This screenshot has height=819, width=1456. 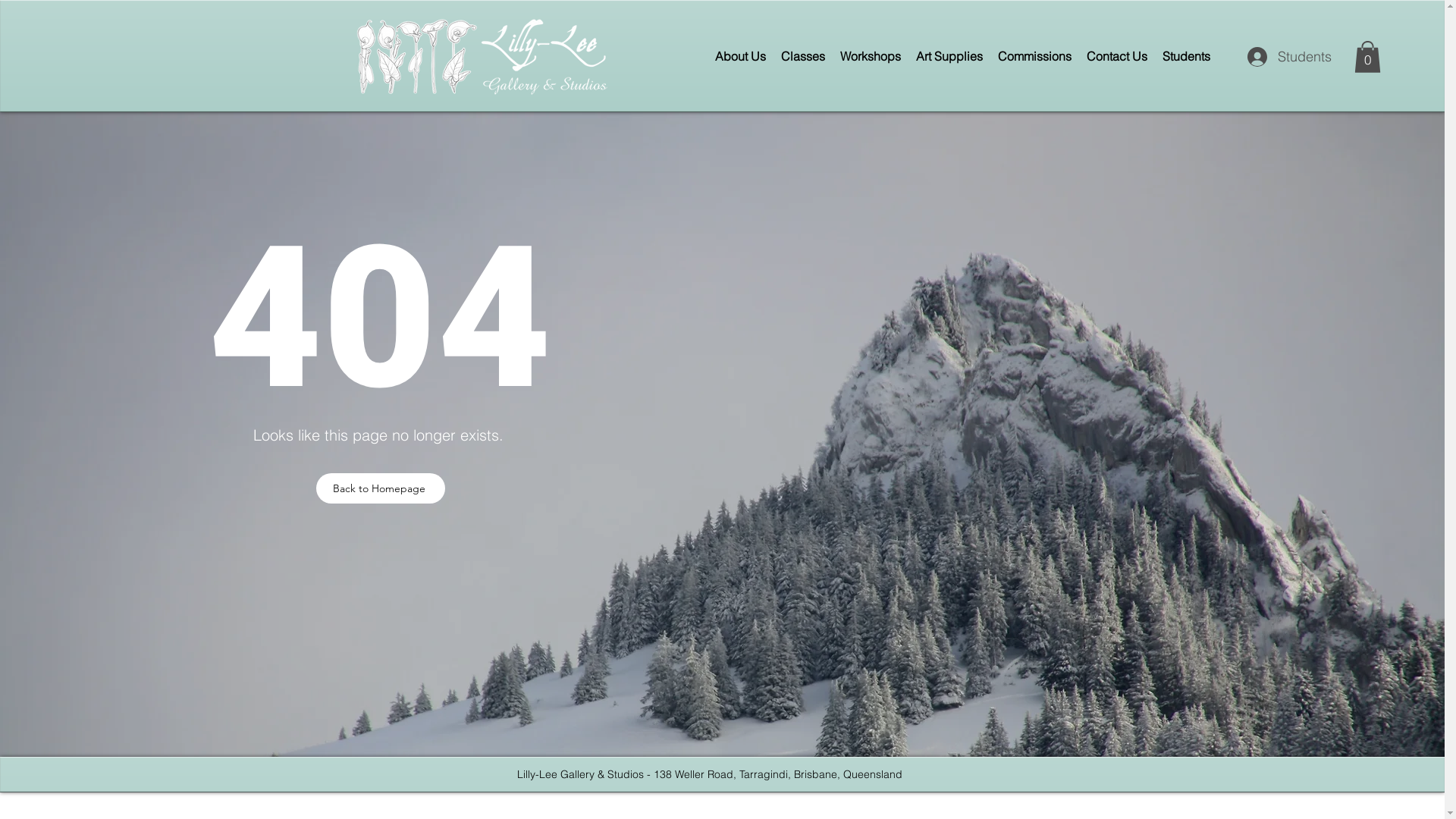 What do you see at coordinates (740, 55) in the screenshot?
I see `'About Us'` at bounding box center [740, 55].